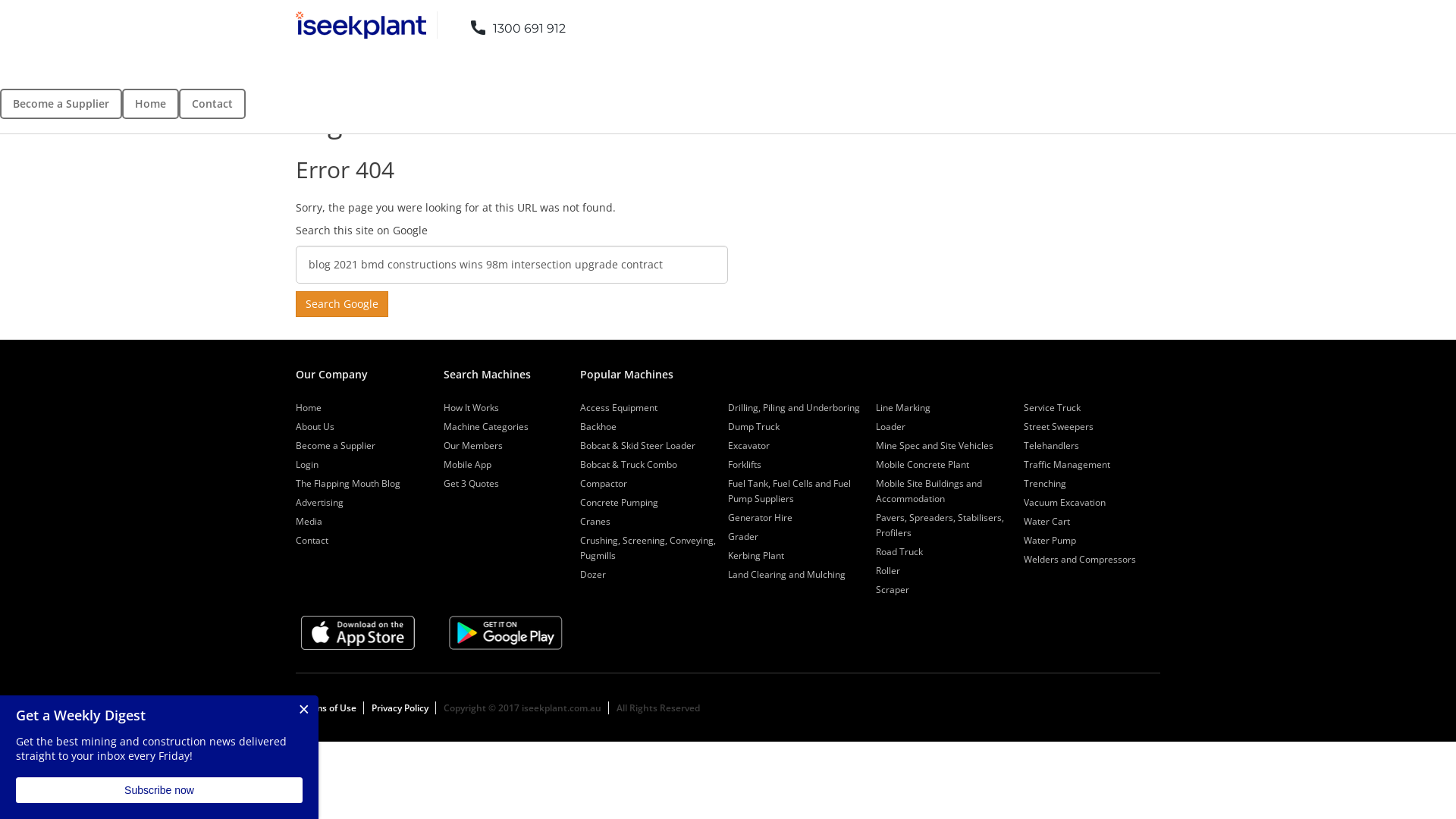  Describe the element at coordinates (1058, 426) in the screenshot. I see `'Street Sweepers'` at that location.